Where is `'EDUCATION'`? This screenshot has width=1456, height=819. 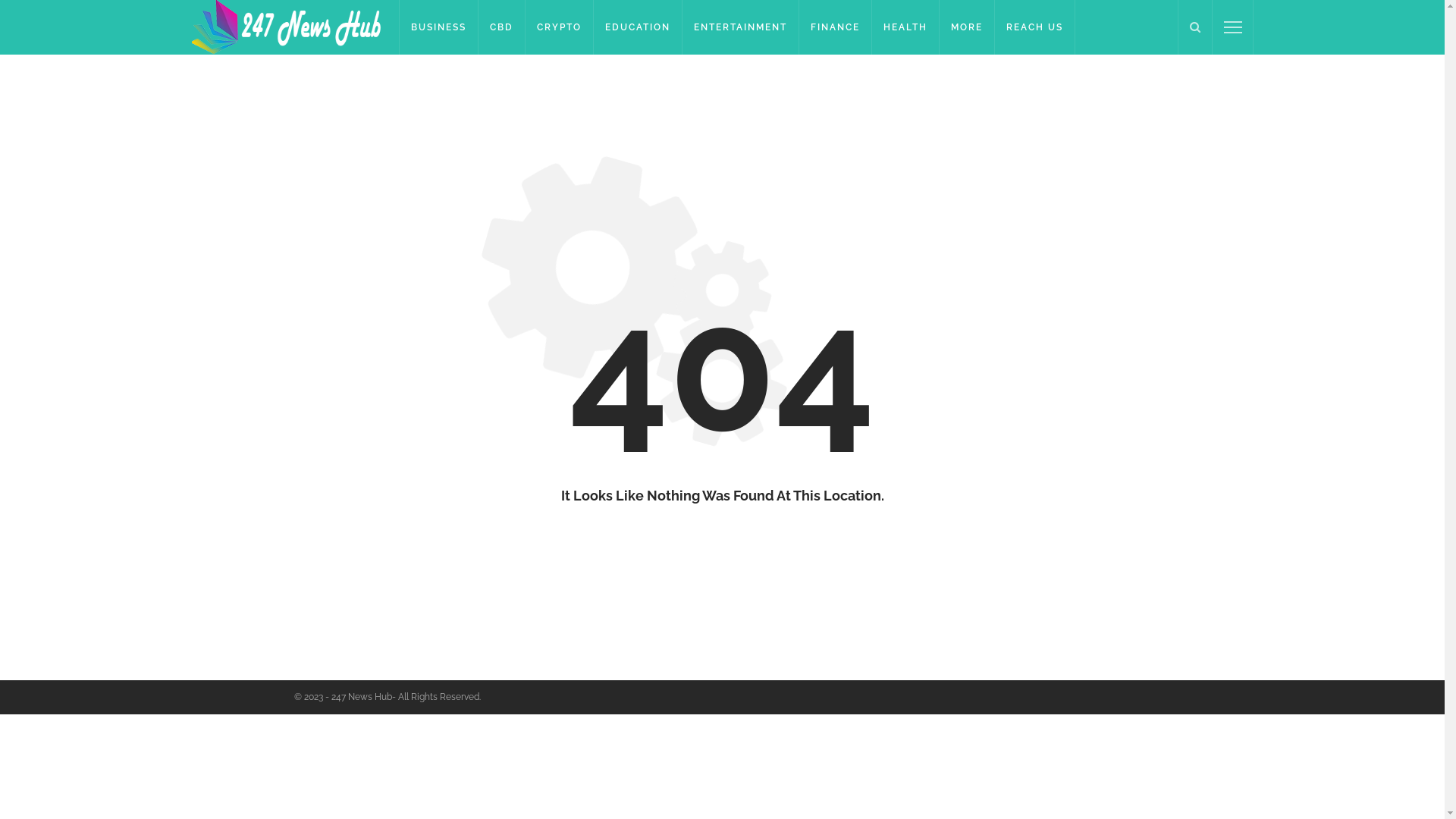 'EDUCATION' is located at coordinates (638, 27).